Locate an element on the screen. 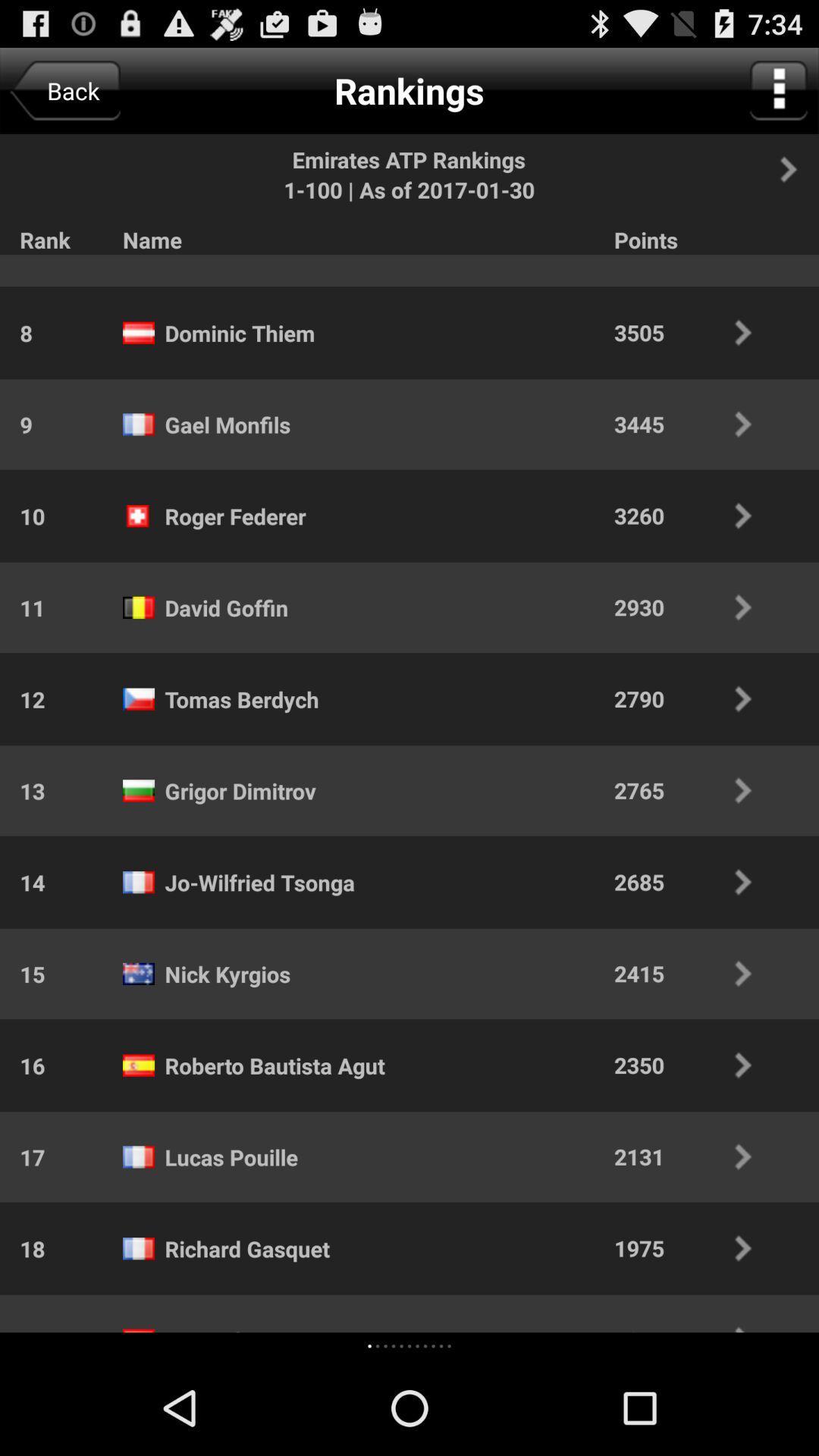  the icon to the left of 1875 icon is located at coordinates (448, 1346).